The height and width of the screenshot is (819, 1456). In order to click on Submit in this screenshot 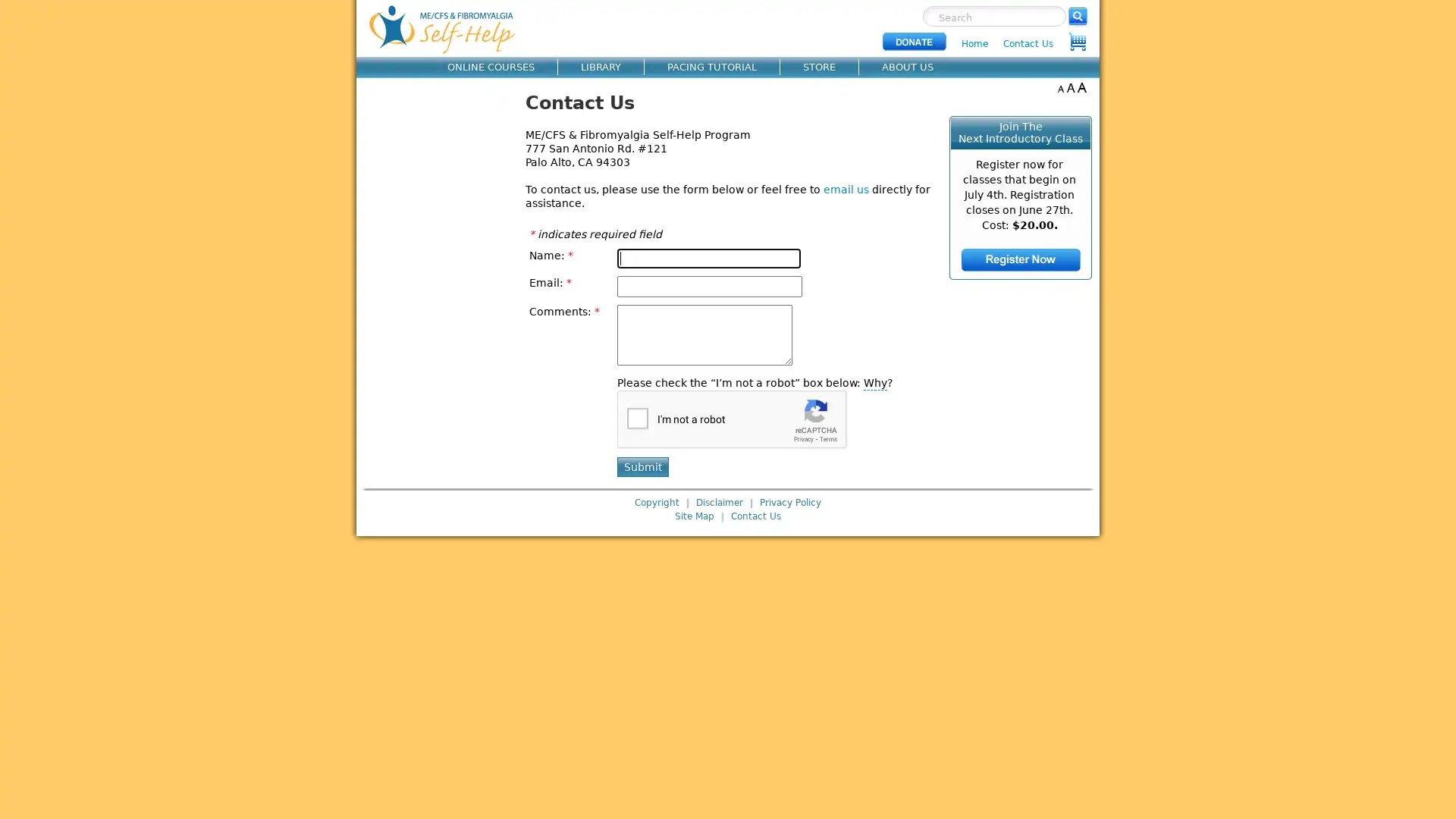, I will do `click(642, 466)`.